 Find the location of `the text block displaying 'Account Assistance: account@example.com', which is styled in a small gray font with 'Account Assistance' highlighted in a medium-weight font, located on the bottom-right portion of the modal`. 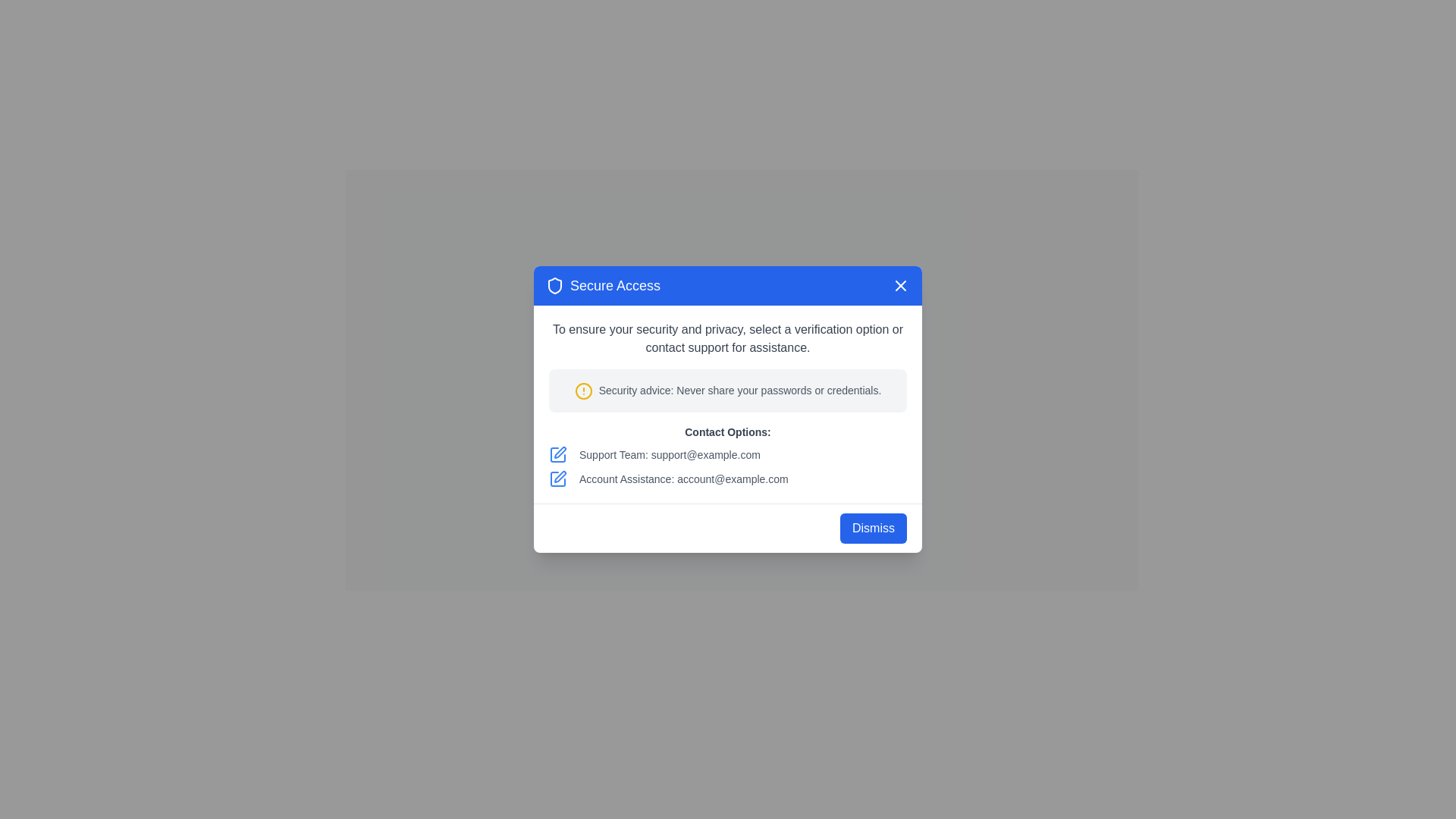

the text block displaying 'Account Assistance: account@example.com', which is styled in a small gray font with 'Account Assistance' highlighted in a medium-weight font, located on the bottom-right portion of the modal is located at coordinates (682, 479).